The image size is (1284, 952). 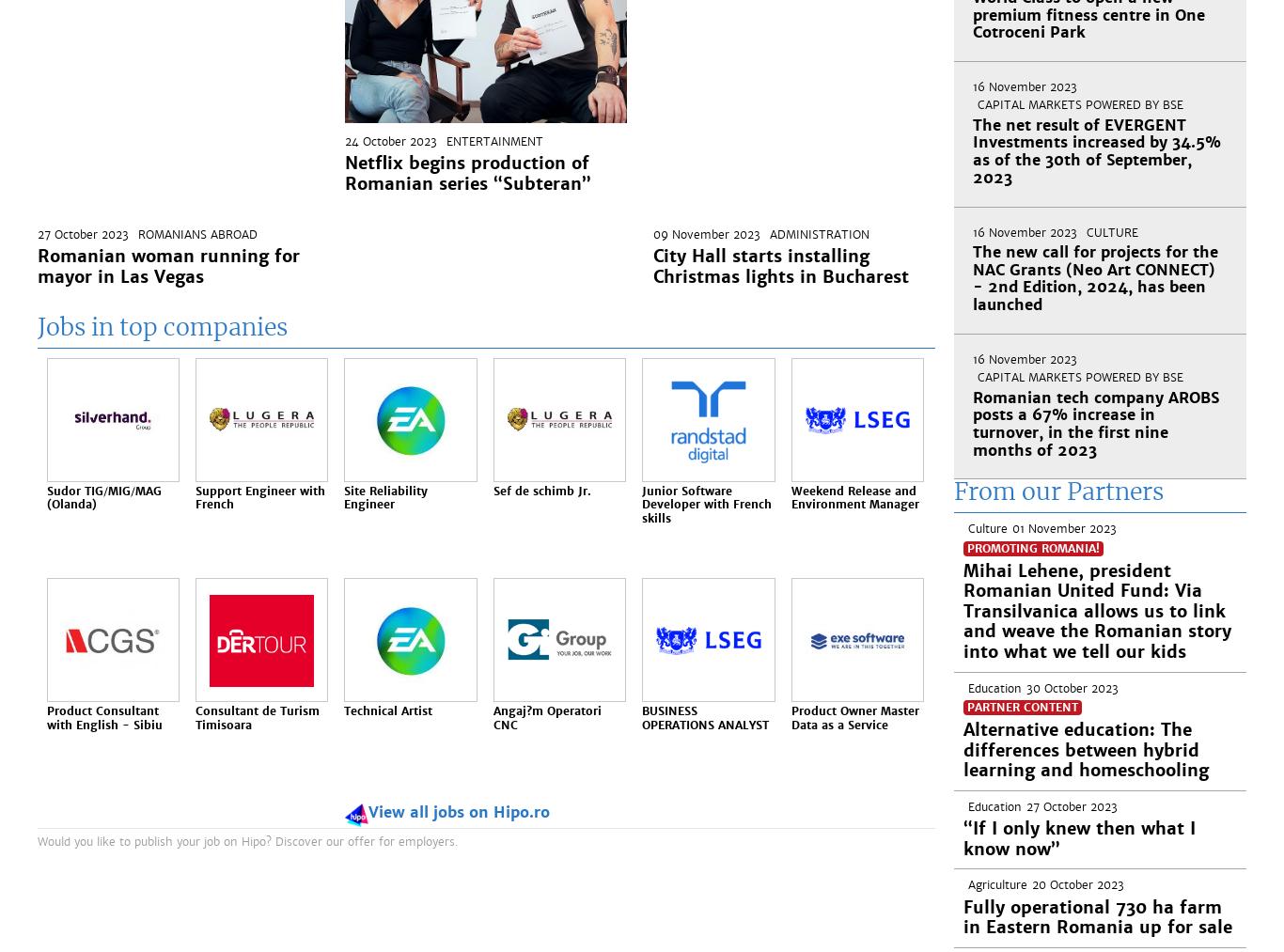 What do you see at coordinates (459, 810) in the screenshot?
I see `'View all jobs on Hipo.ro'` at bounding box center [459, 810].